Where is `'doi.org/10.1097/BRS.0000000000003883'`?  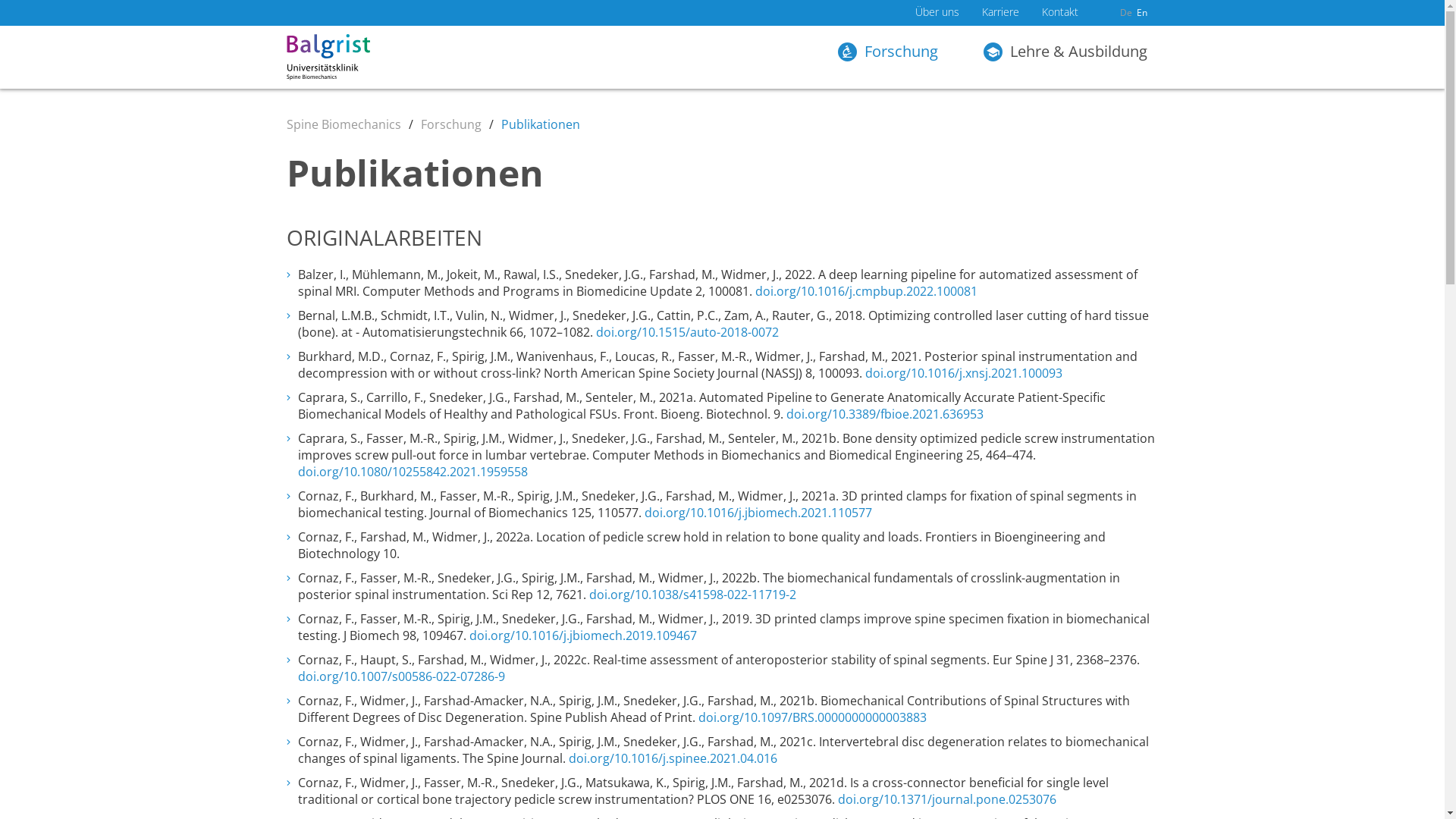
'doi.org/10.1097/BRS.0000000000003883' is located at coordinates (811, 717).